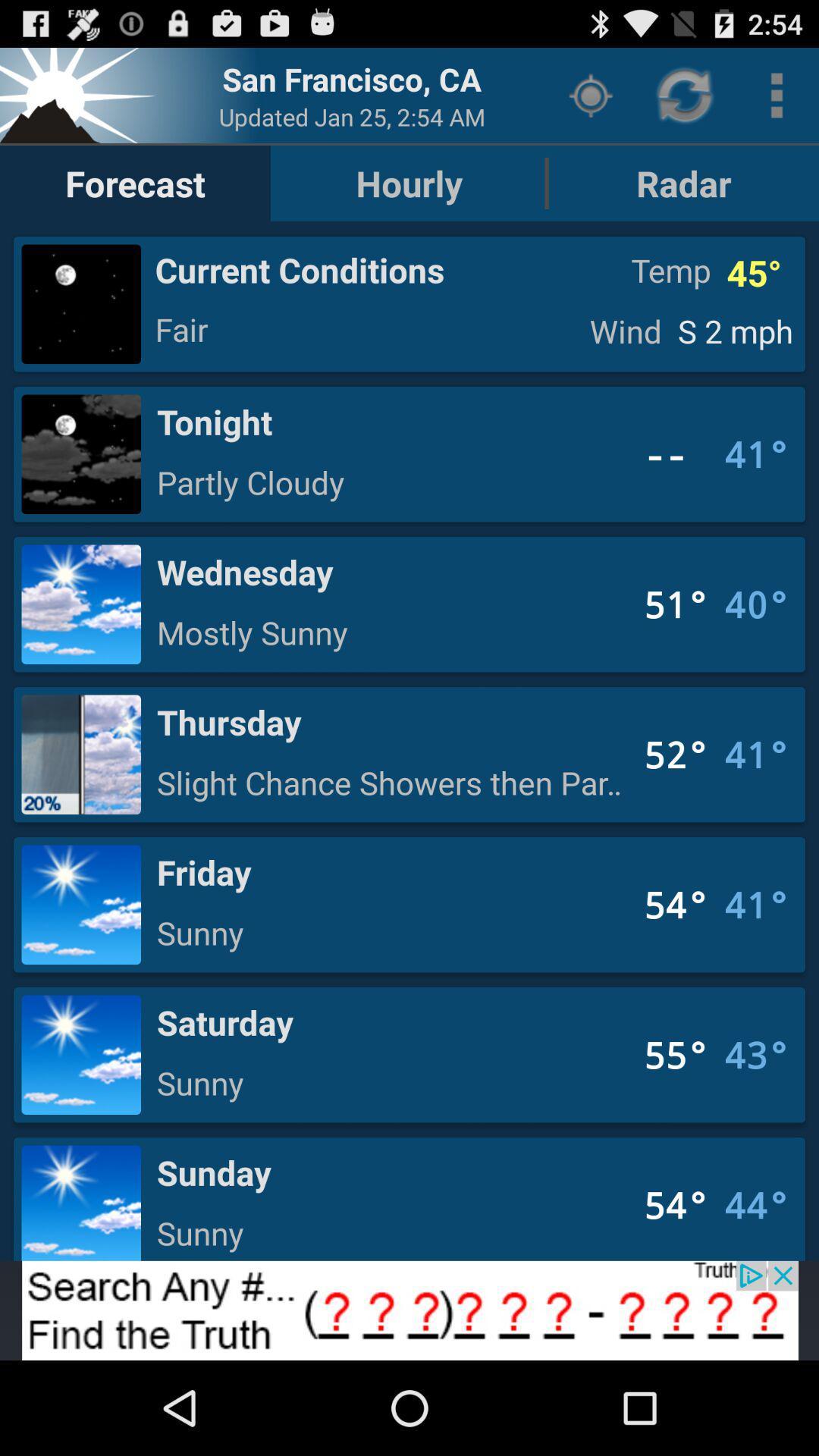  I want to click on try this website, so click(409, 1310).